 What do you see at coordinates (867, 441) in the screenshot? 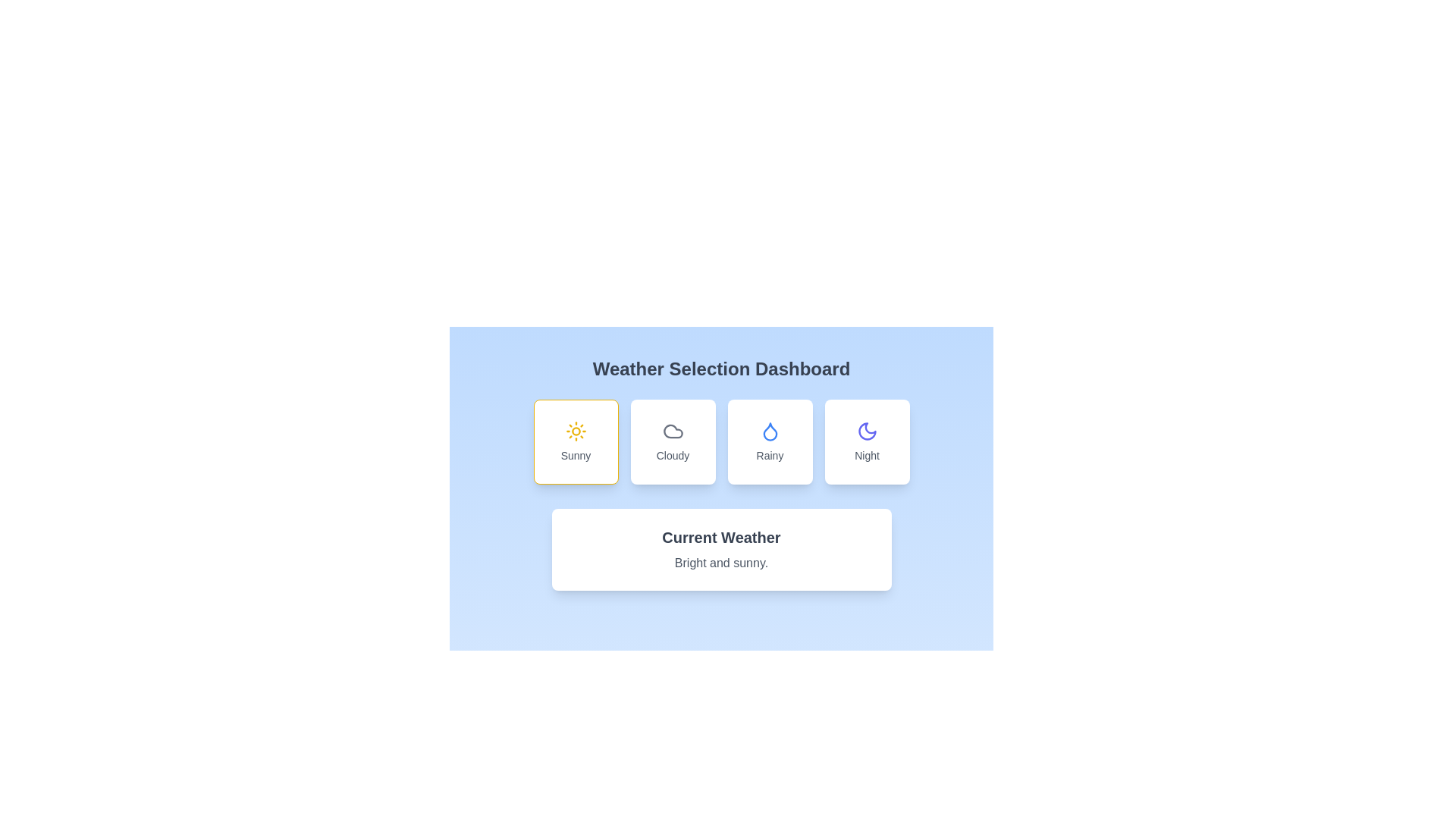
I see `the fourth button with a white background and indigo moon icon labeled 'Night'` at bounding box center [867, 441].